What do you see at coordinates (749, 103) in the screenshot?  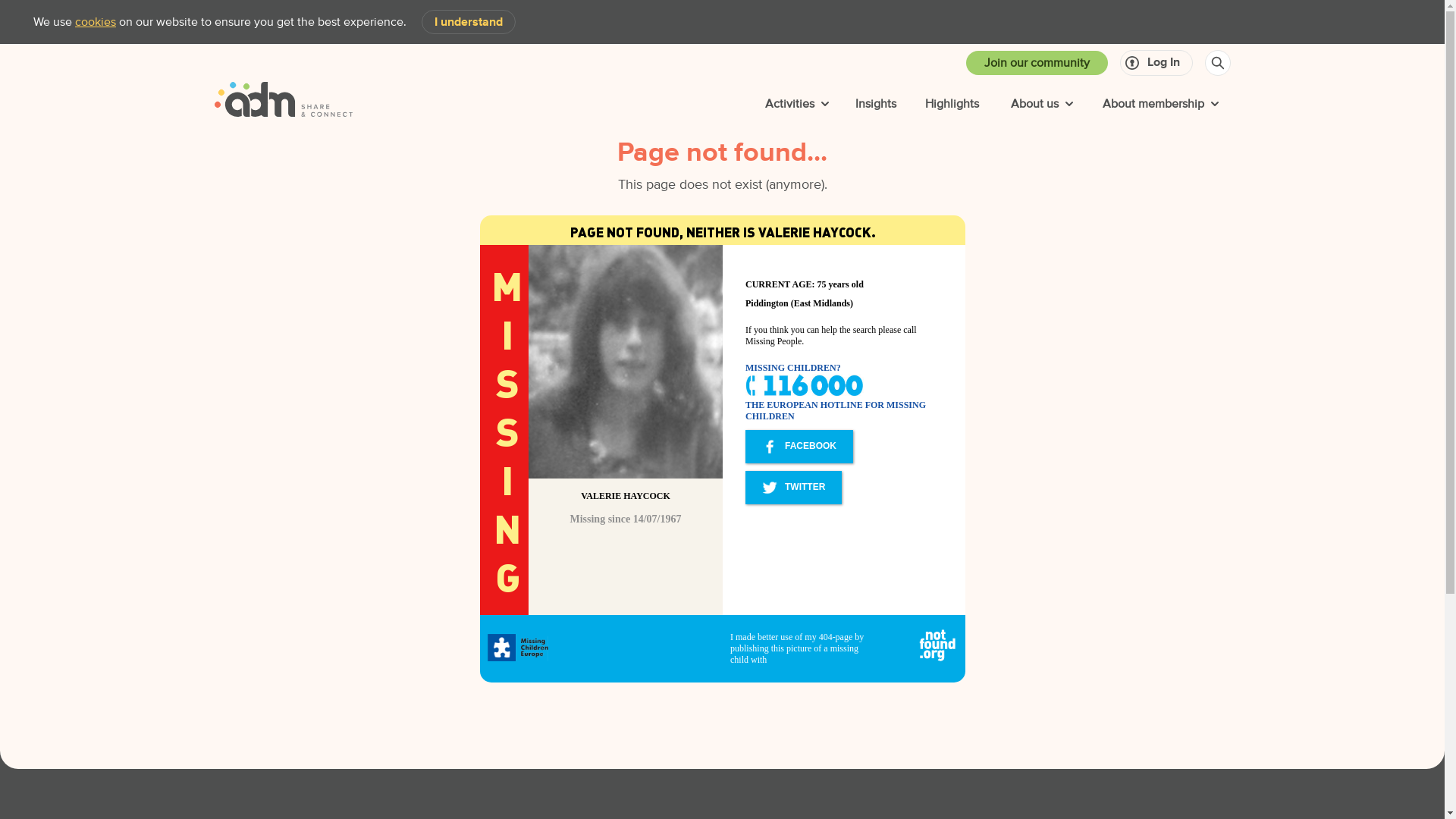 I see `'Activities'` at bounding box center [749, 103].